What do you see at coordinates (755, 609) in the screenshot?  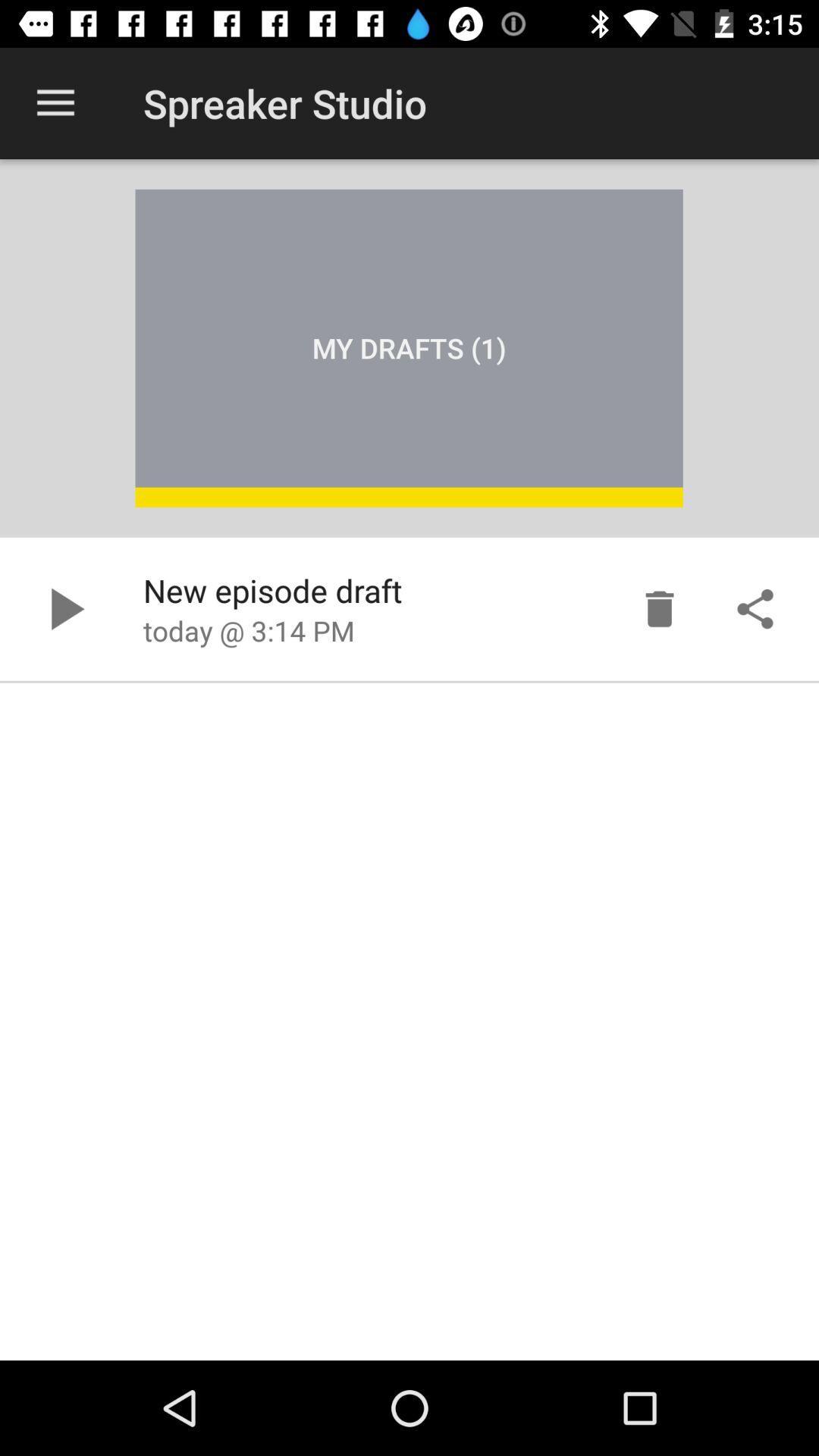 I see `share draft` at bounding box center [755, 609].